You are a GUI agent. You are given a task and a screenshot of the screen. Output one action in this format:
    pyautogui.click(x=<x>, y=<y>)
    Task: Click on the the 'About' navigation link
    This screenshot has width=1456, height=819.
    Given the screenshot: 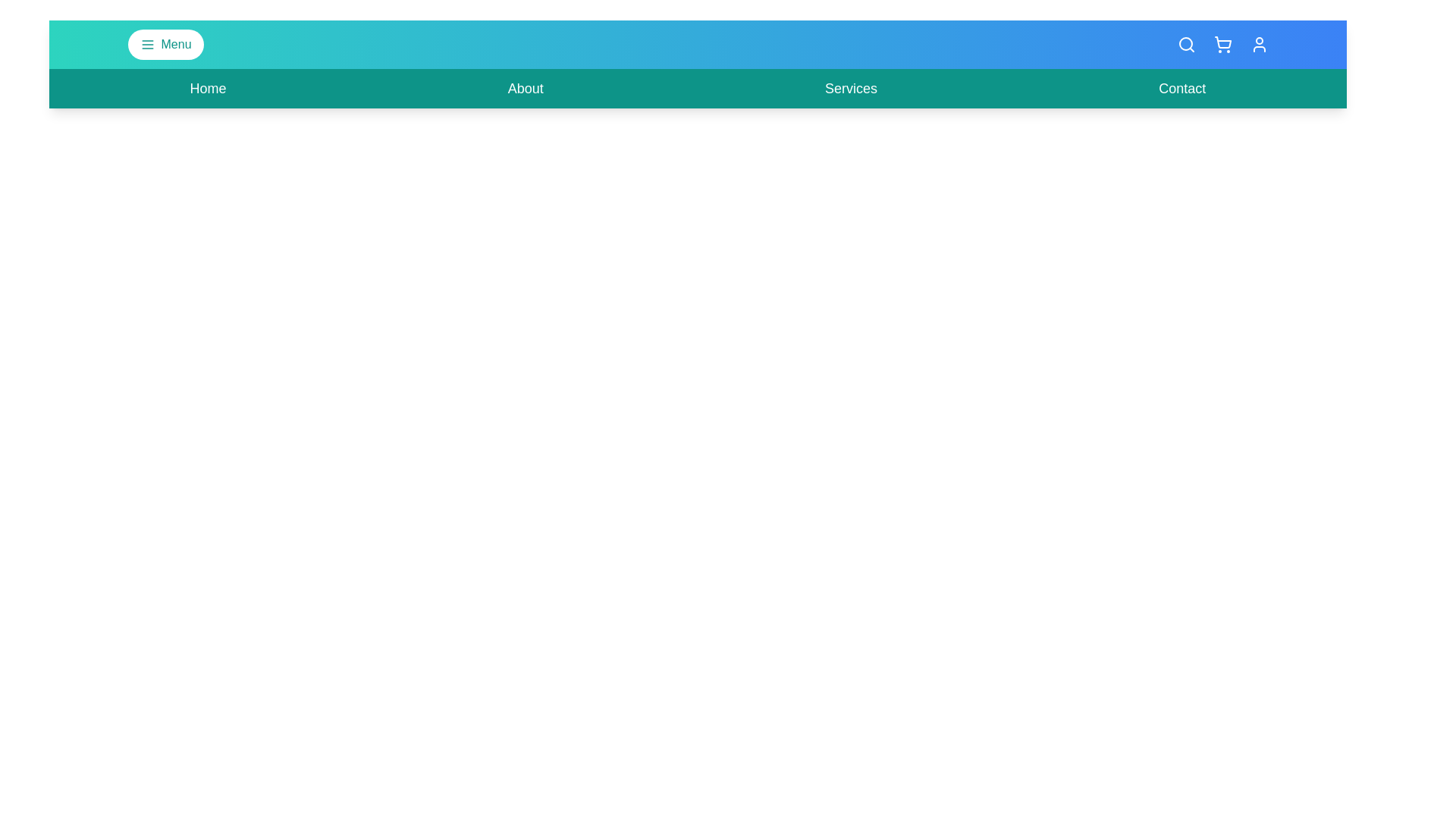 What is the action you would take?
    pyautogui.click(x=525, y=88)
    